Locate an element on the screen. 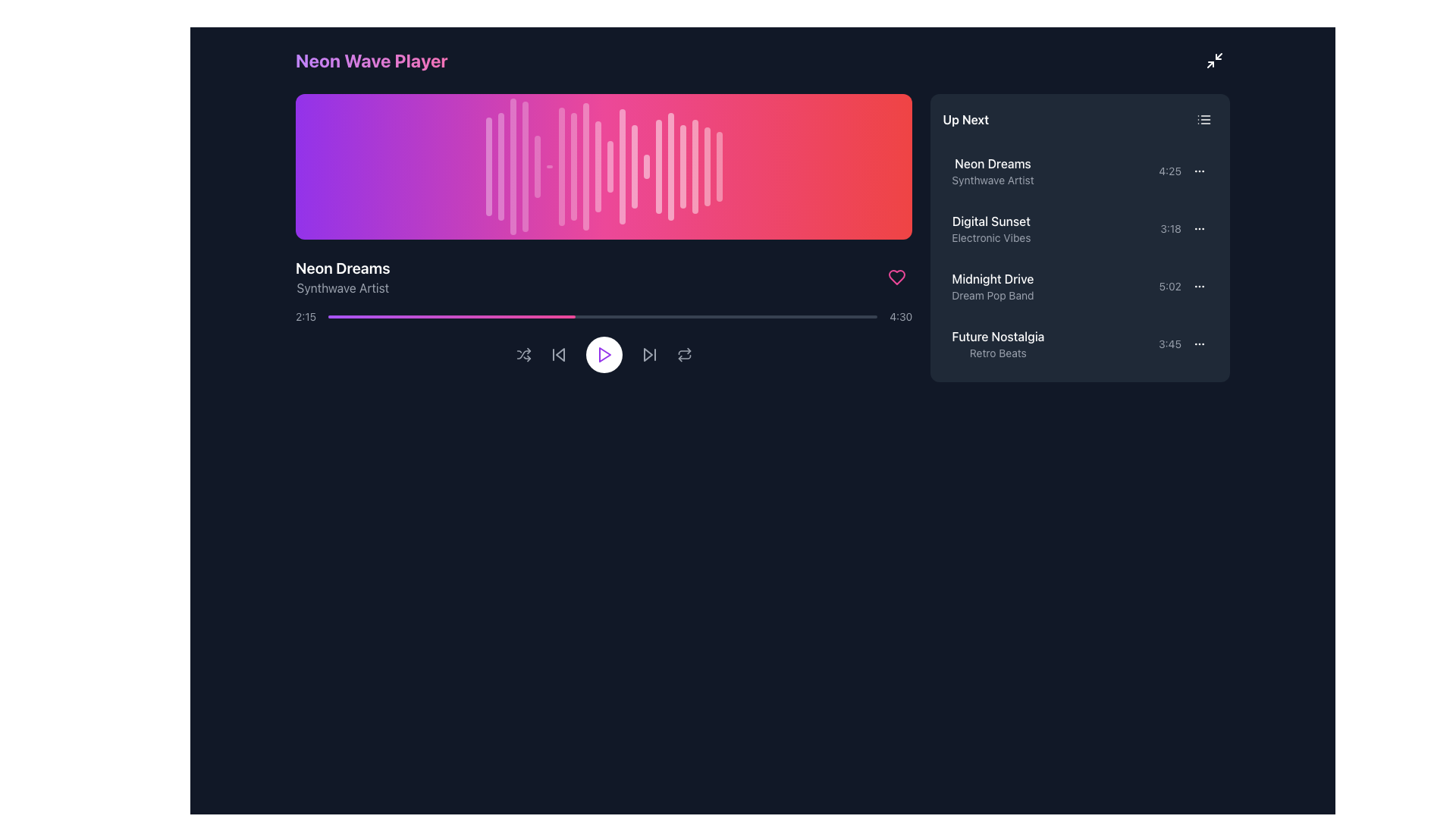  the interactive icon for additional options related to the song 'Midnight Drive' in the 'Up Next' playlist panel is located at coordinates (1183, 287).